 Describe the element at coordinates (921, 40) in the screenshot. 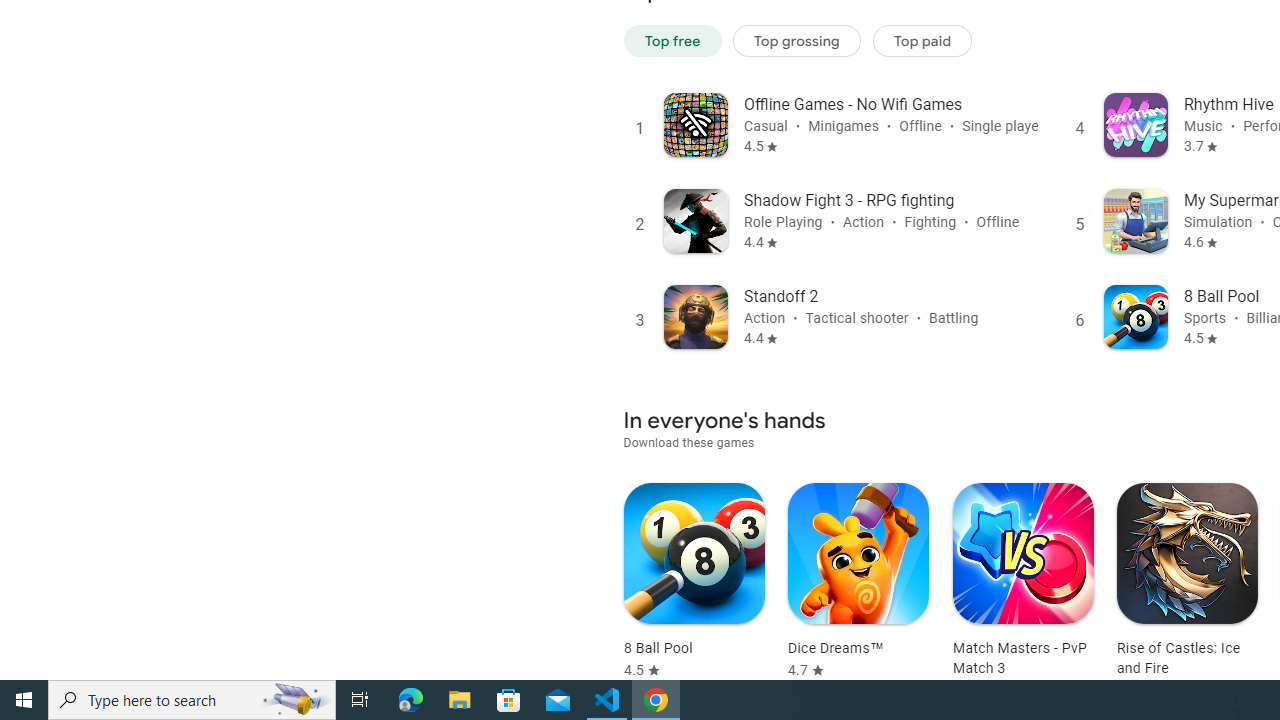

I see `'Top paid'` at that location.